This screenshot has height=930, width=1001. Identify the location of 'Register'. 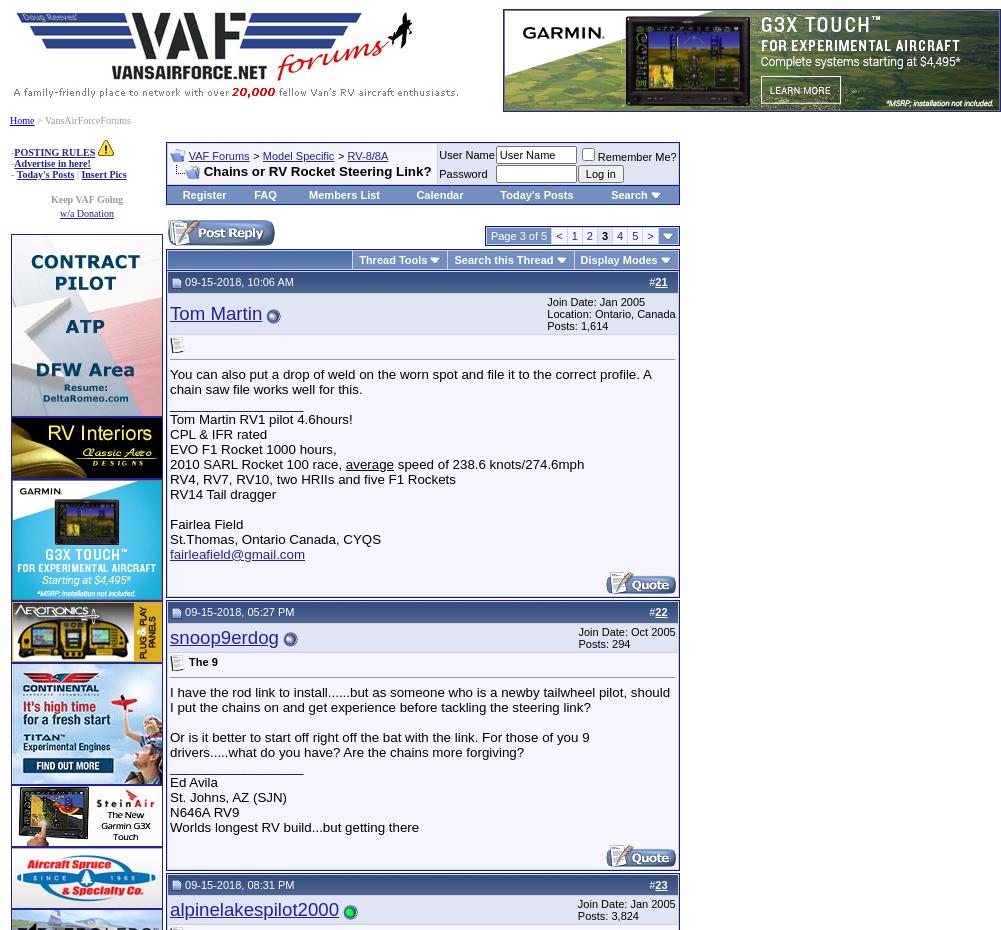
(204, 194).